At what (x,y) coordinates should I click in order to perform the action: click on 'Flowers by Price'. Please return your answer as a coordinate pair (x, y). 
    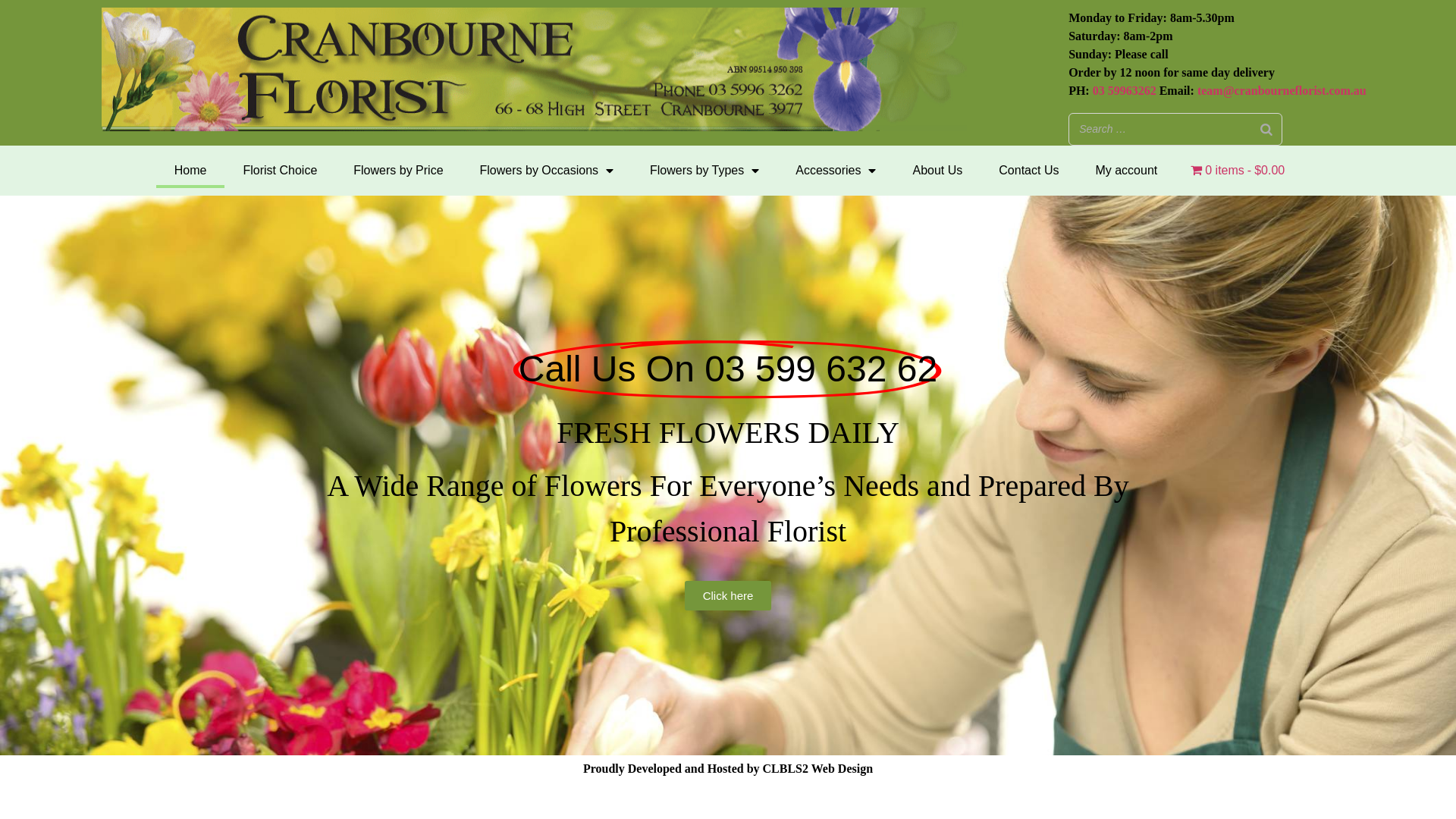
    Looking at the image, I should click on (334, 170).